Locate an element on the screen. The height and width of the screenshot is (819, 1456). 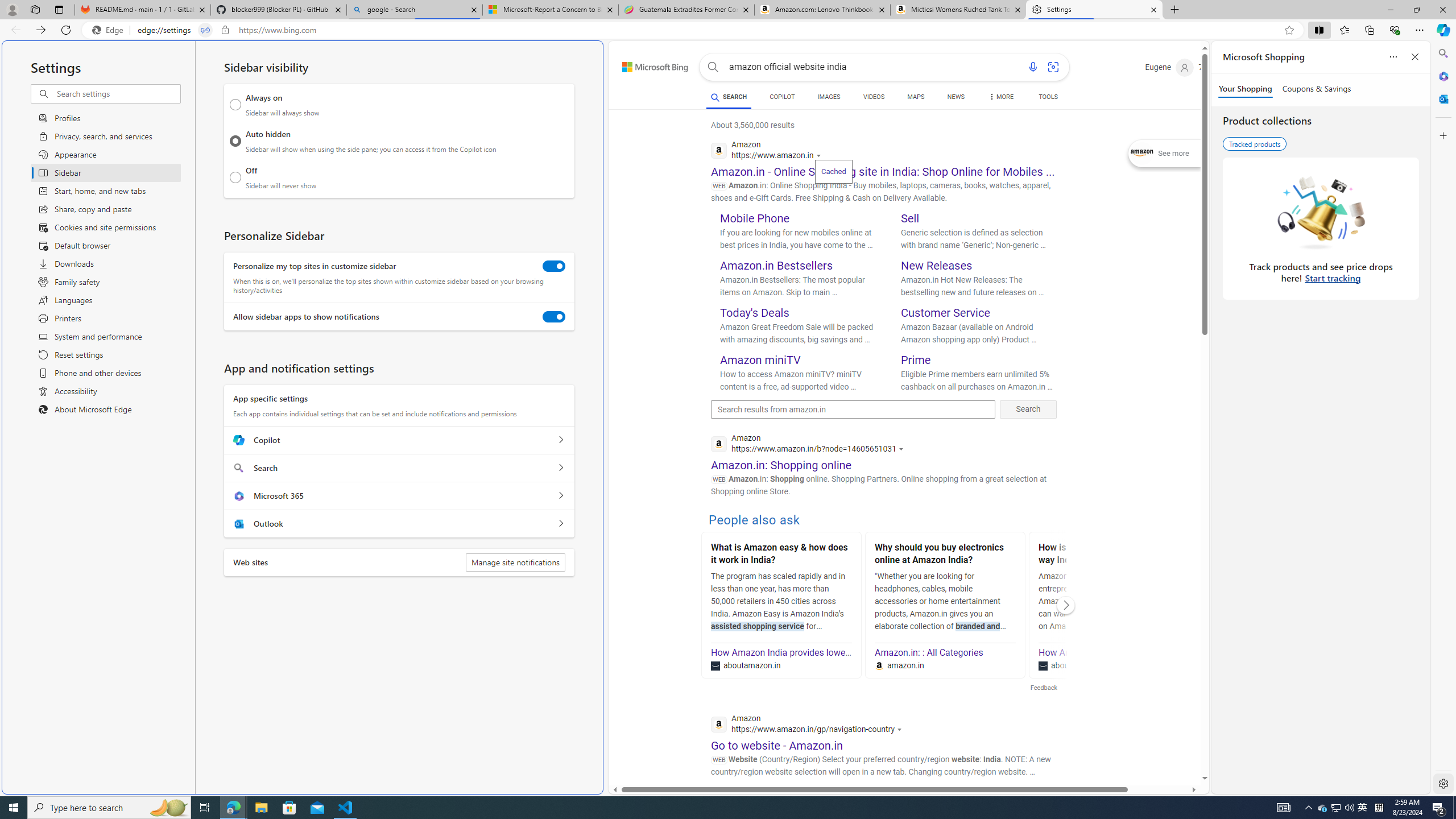
'MAPS' is located at coordinates (916, 96).